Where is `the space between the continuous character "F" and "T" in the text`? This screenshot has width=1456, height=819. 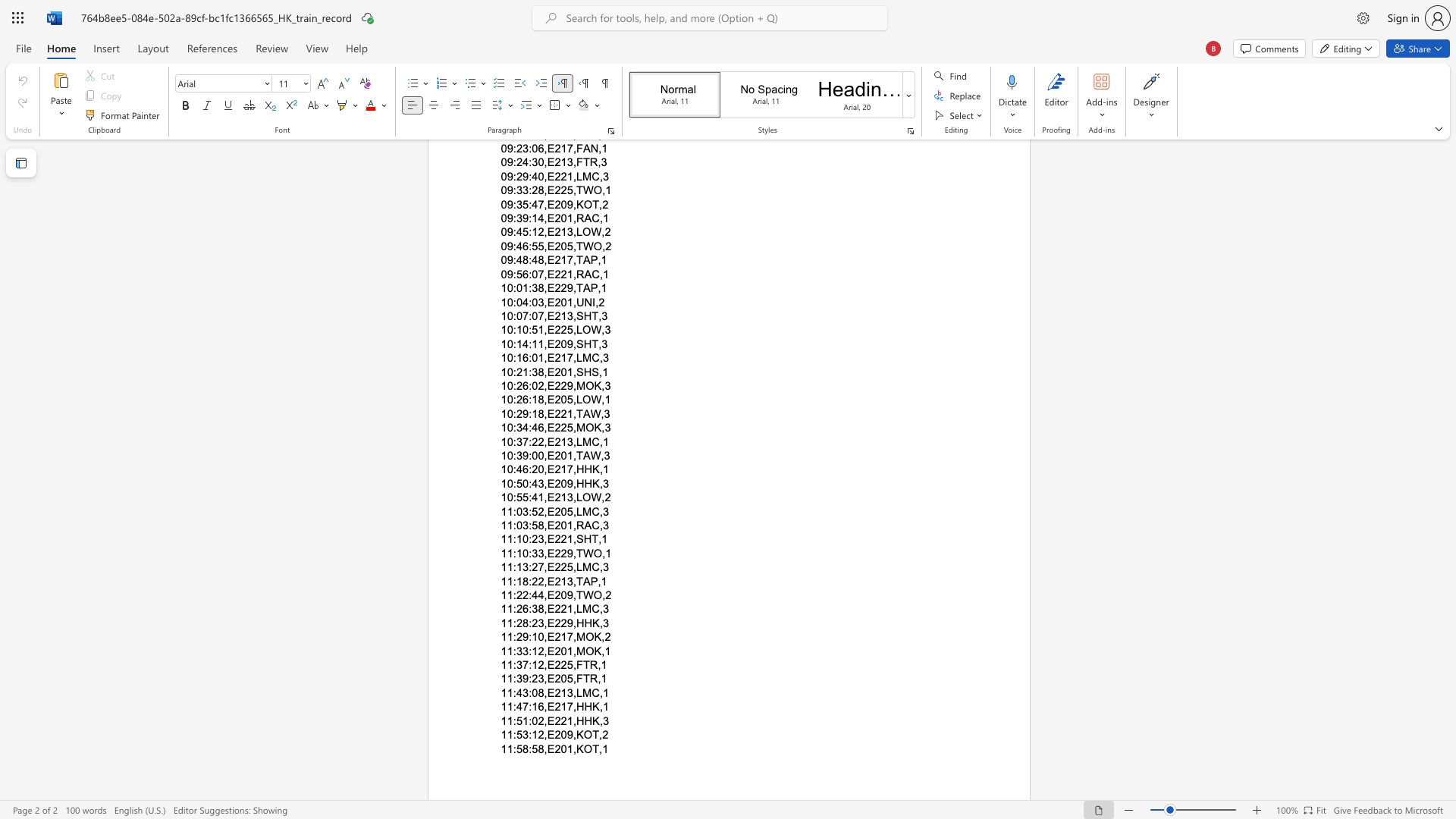
the space between the continuous character "F" and "T" in the text is located at coordinates (582, 678).